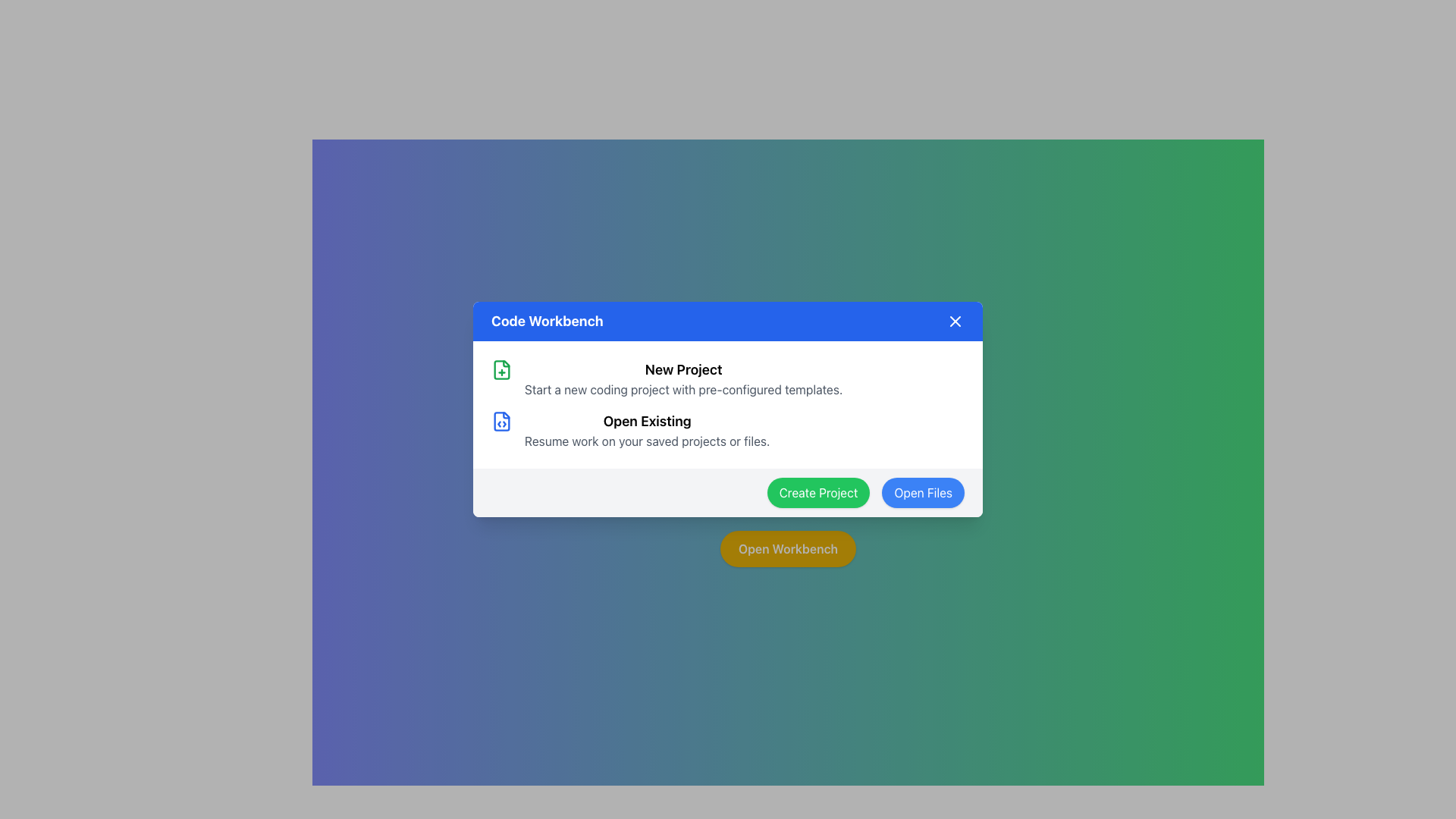 This screenshot has width=1456, height=819. What do you see at coordinates (788, 549) in the screenshot?
I see `the prominently styled button with rounded edges and a vibrant yellow background, labeled 'Open Workbench'` at bounding box center [788, 549].